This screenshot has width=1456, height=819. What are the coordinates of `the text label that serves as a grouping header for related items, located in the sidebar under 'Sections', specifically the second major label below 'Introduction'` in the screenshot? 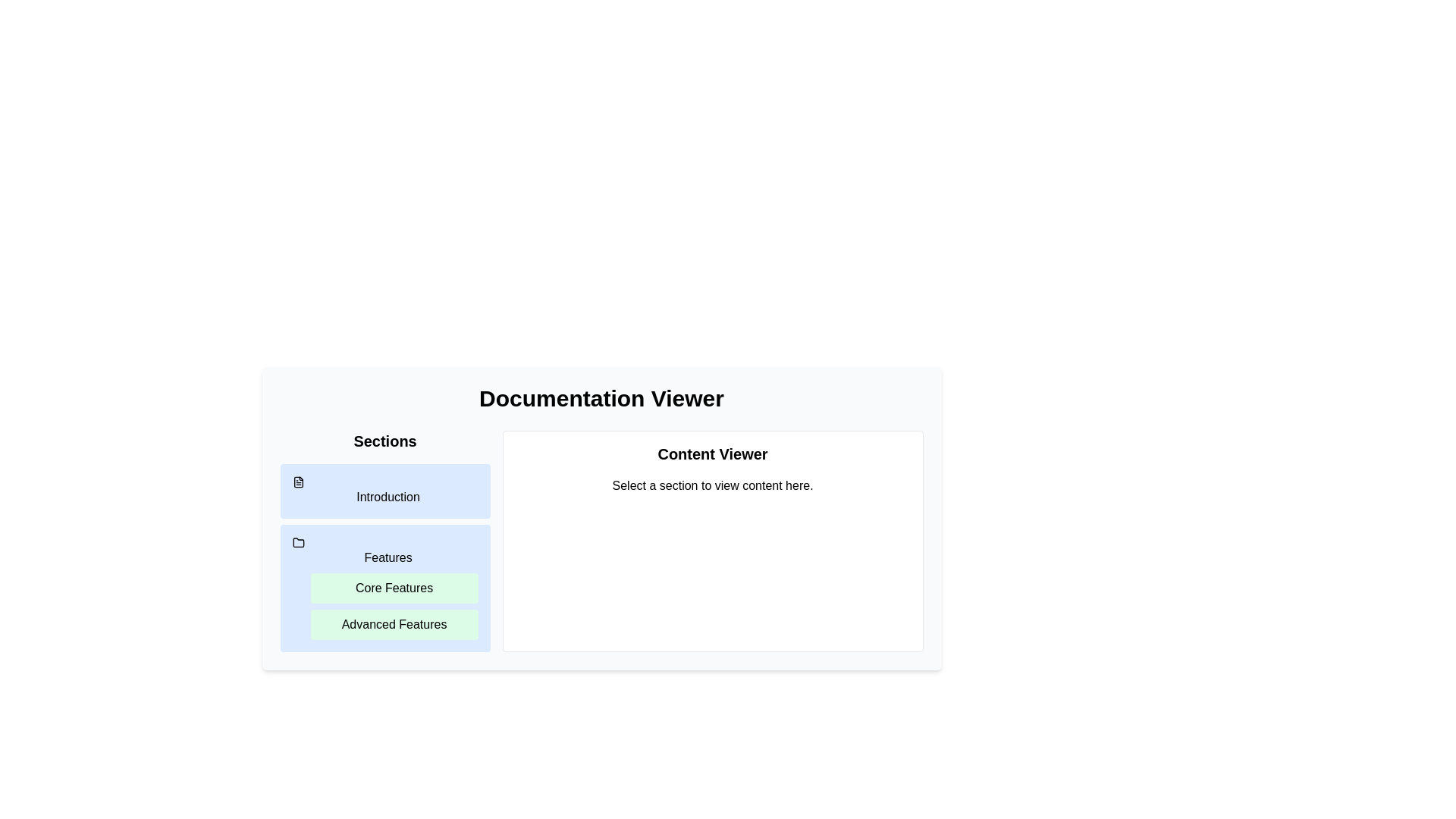 It's located at (388, 557).